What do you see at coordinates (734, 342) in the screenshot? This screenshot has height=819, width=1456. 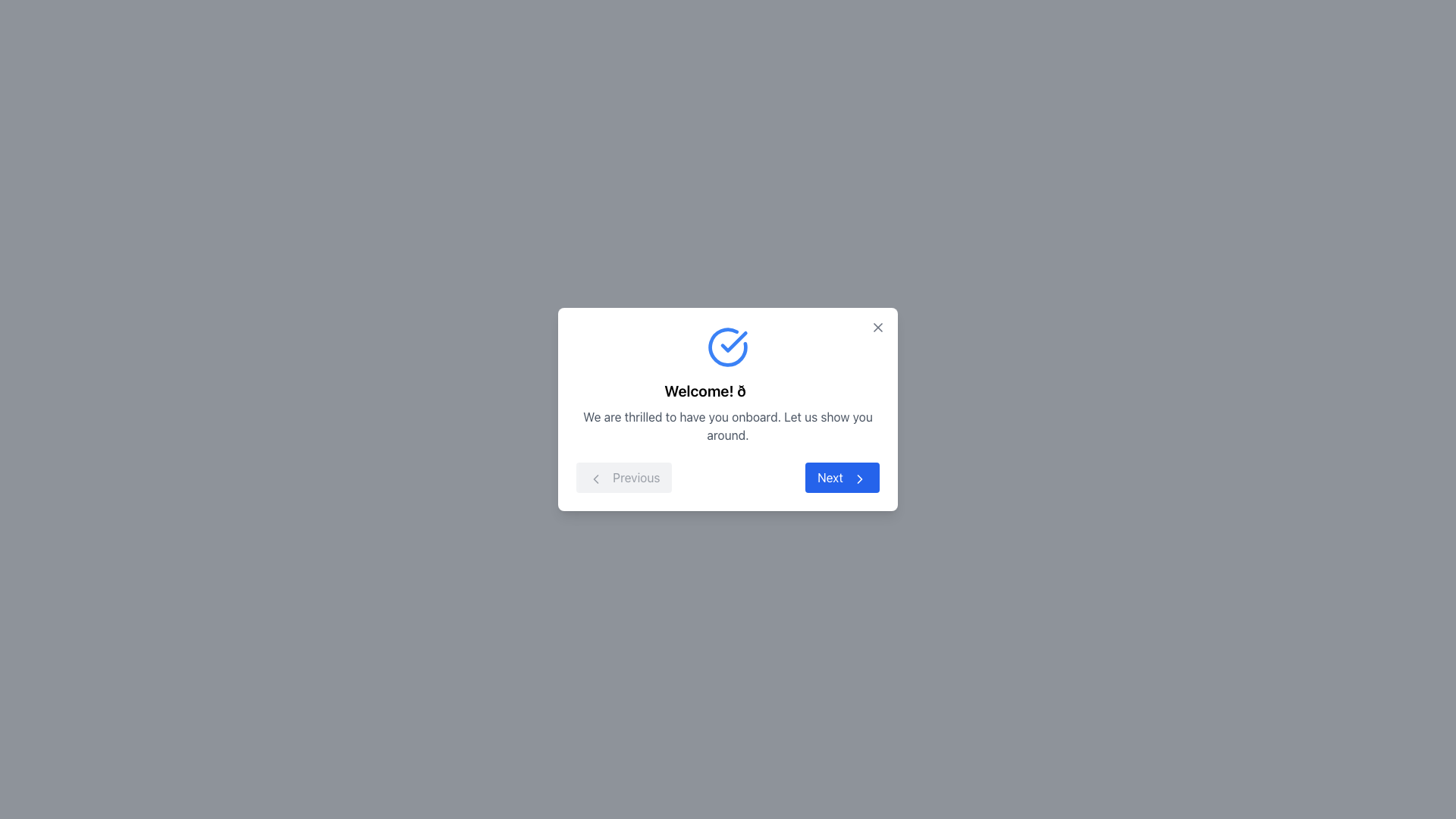 I see `the blue checkmark icon situated within a round badge with a blue border at the top center of the gray modal window` at bounding box center [734, 342].